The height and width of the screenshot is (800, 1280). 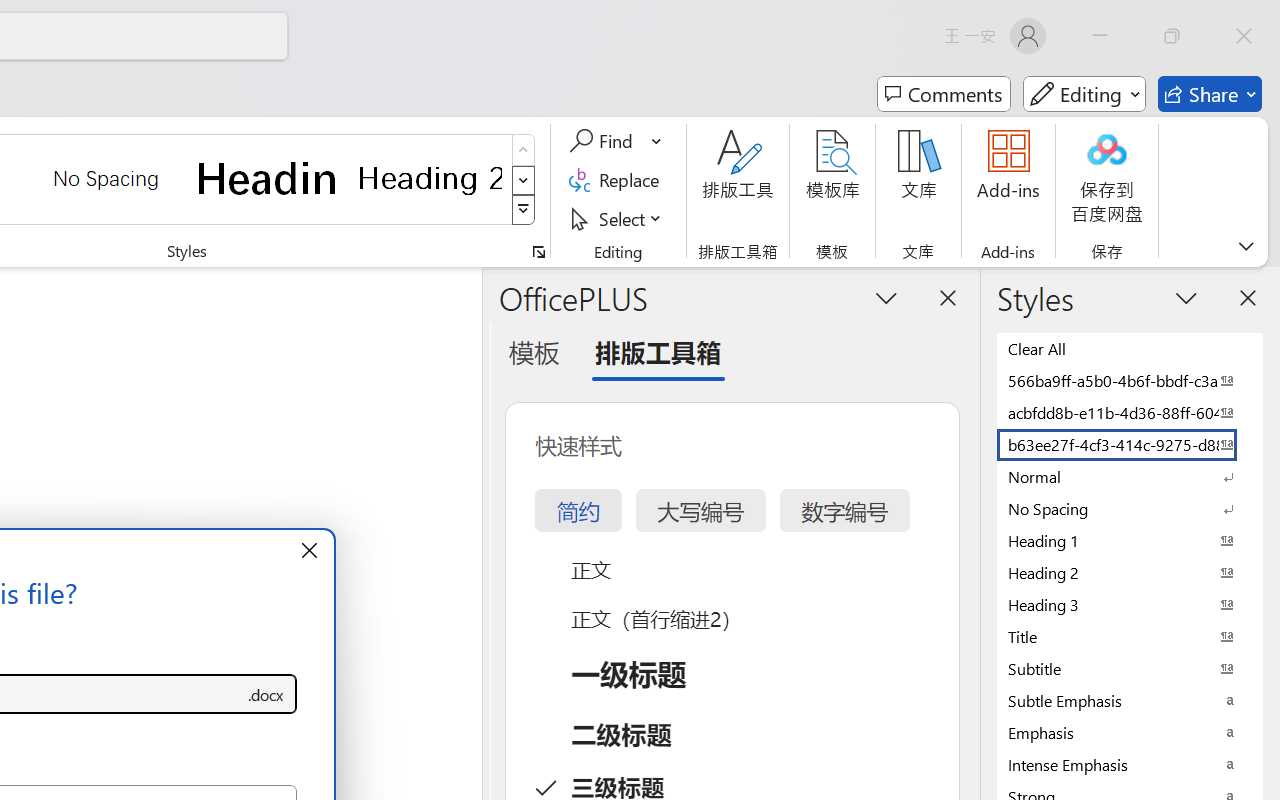 I want to click on 'Subtle Emphasis', so click(x=1130, y=700).